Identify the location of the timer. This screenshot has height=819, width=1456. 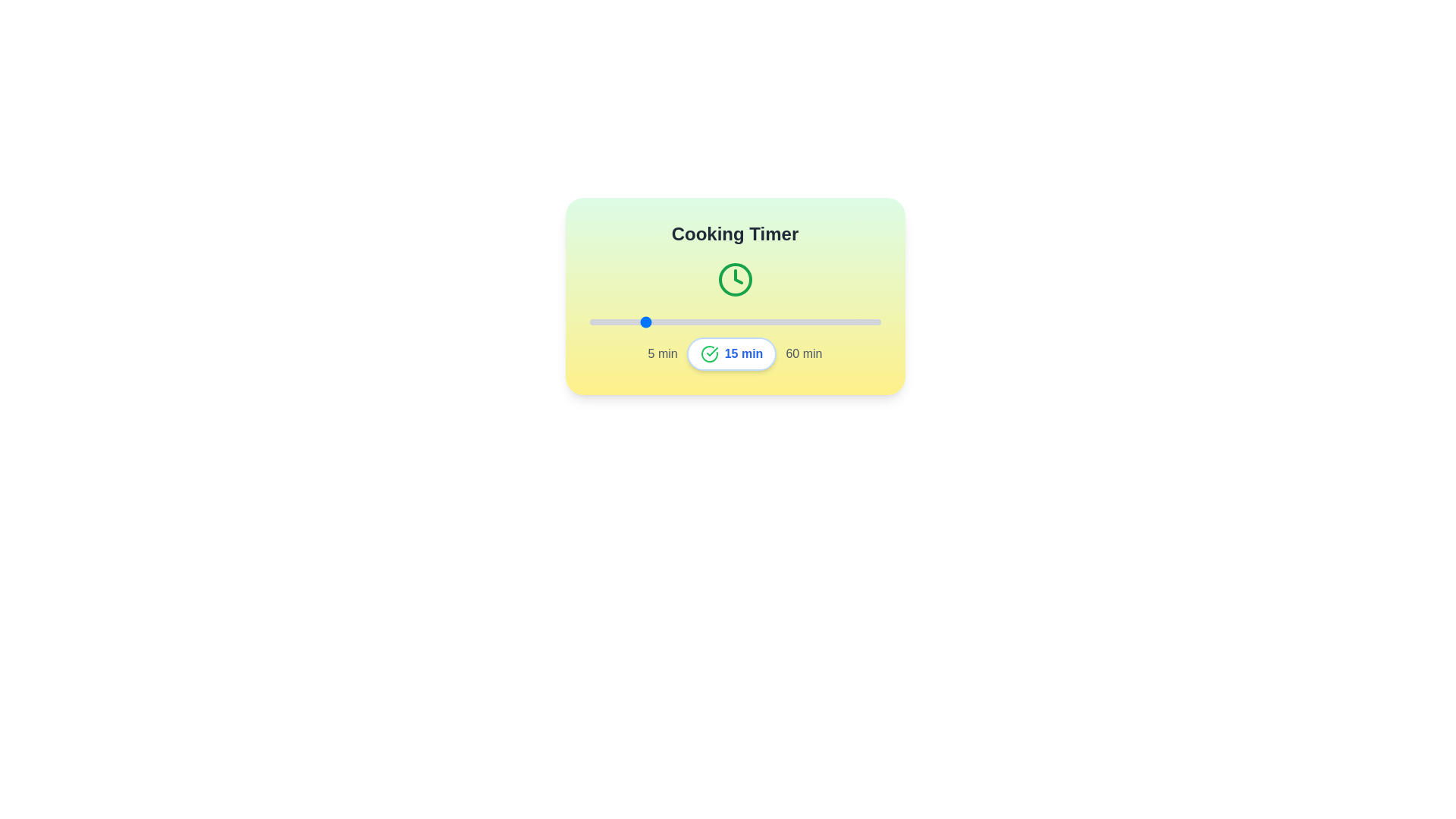
(632, 321).